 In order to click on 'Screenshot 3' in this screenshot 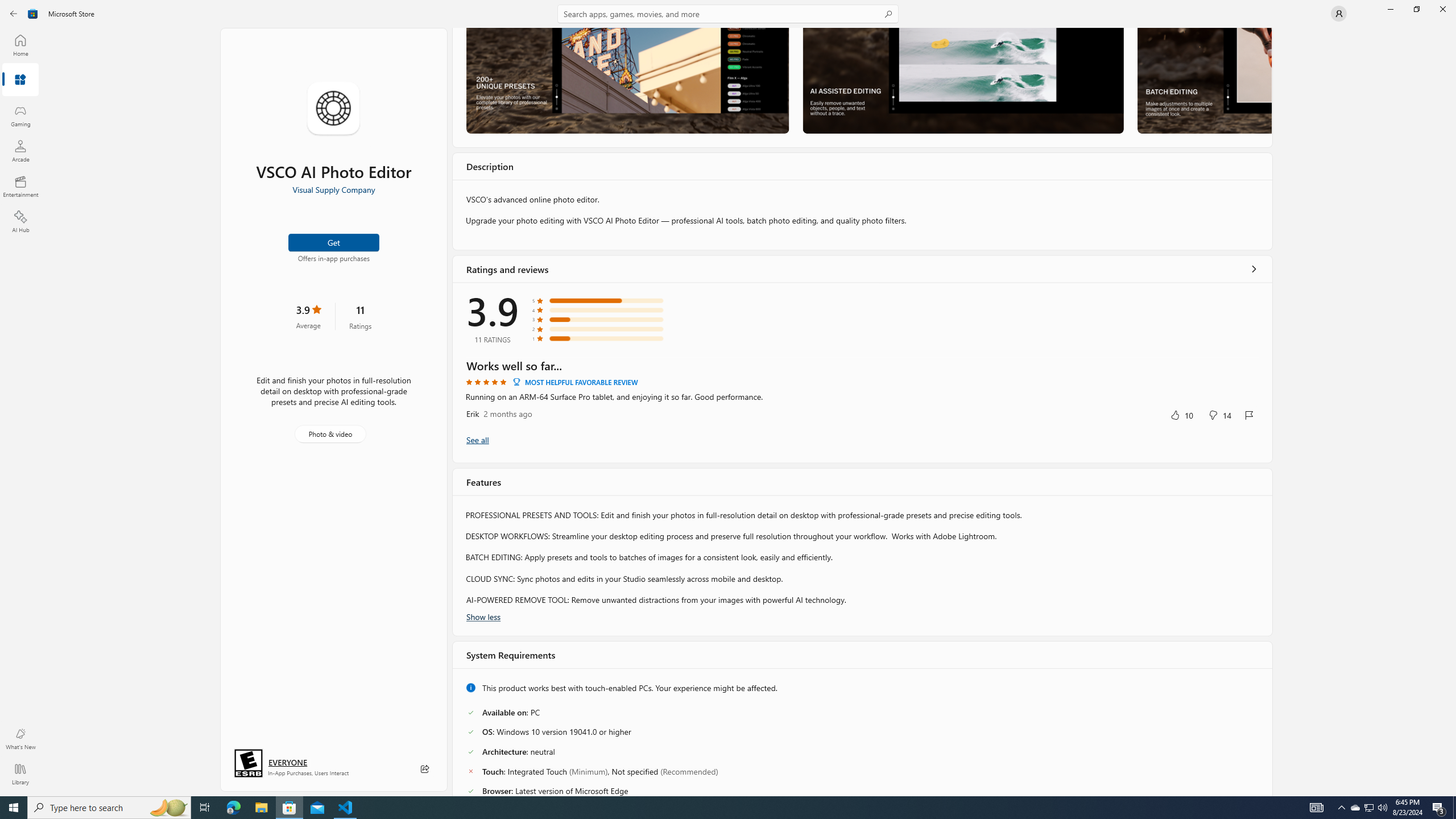, I will do `click(1203, 80)`.